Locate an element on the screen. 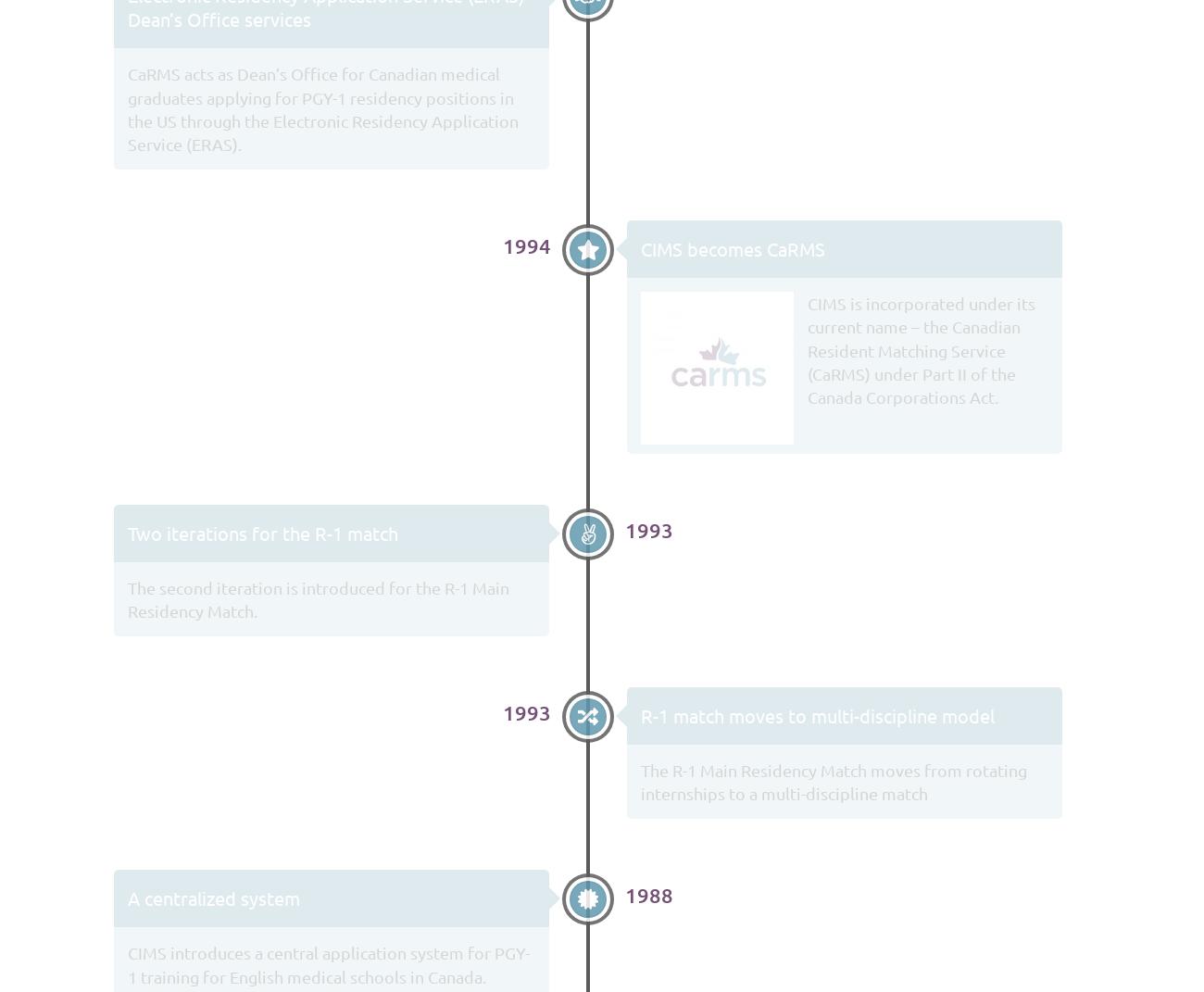  'R-1 match moves to multi-discipline model' is located at coordinates (639, 714).